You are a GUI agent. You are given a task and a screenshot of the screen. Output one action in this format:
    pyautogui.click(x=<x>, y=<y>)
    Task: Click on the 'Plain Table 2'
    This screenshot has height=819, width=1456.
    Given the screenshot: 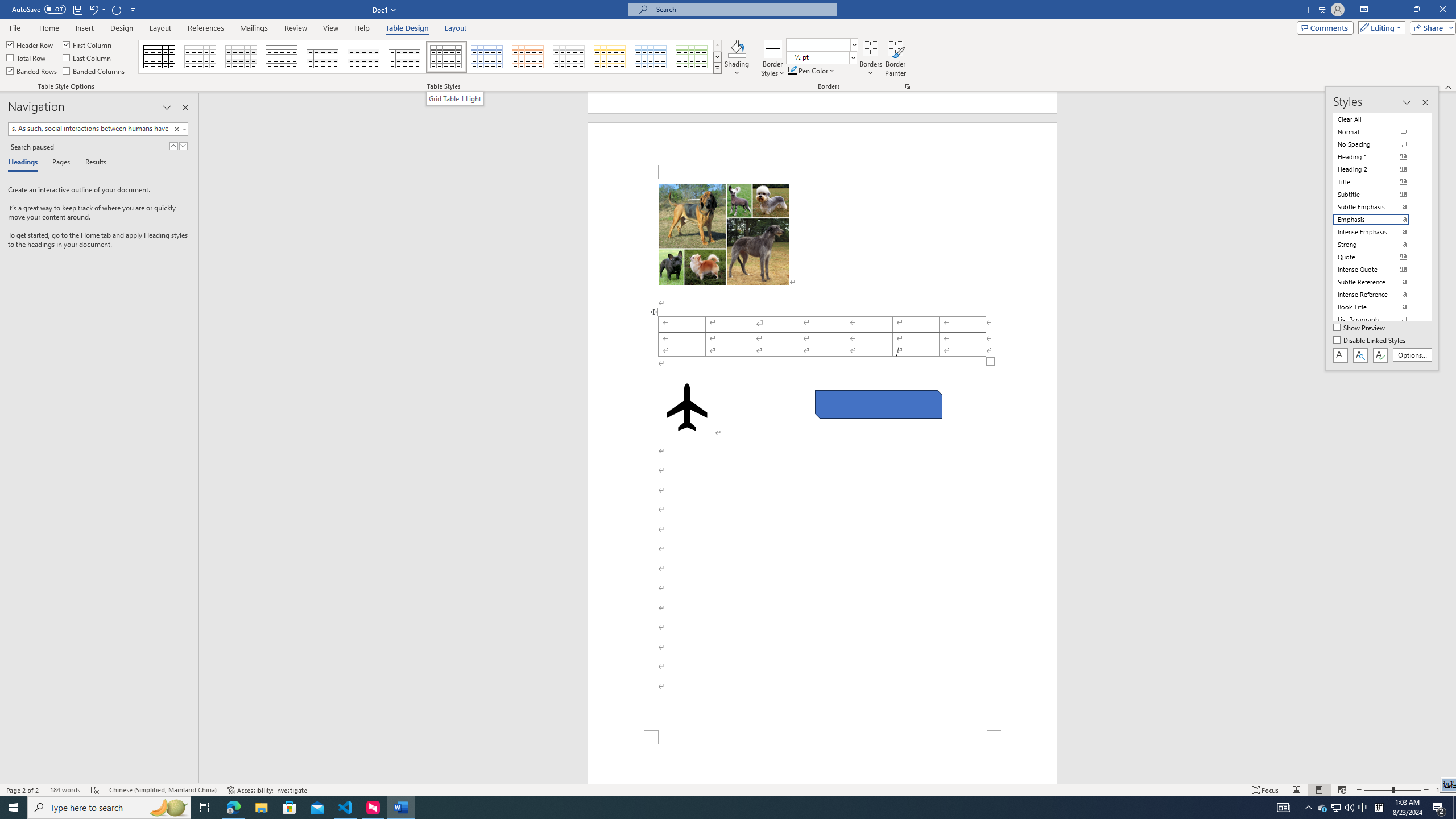 What is the action you would take?
    pyautogui.click(x=282, y=56)
    